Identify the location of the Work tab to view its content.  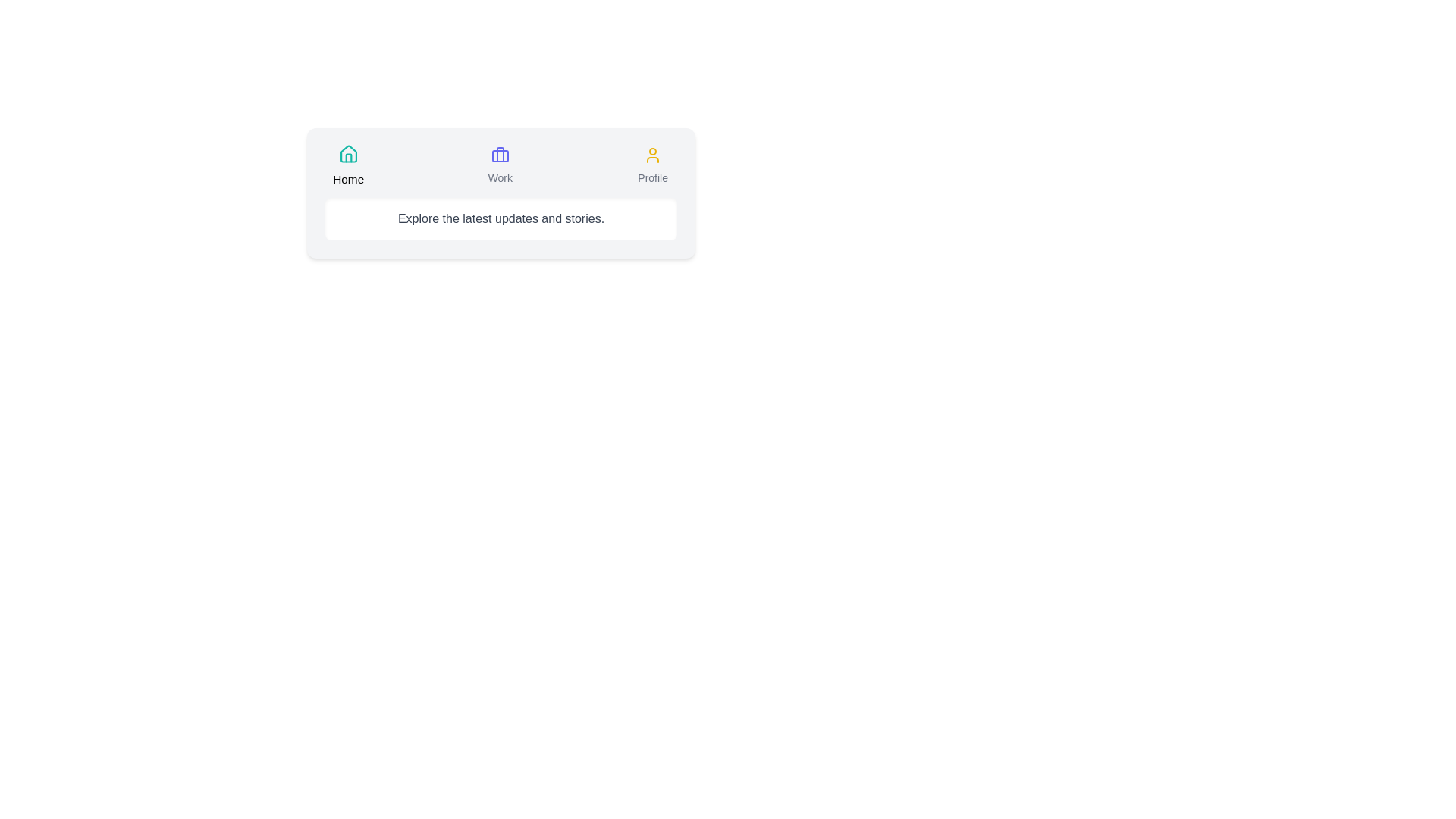
(500, 166).